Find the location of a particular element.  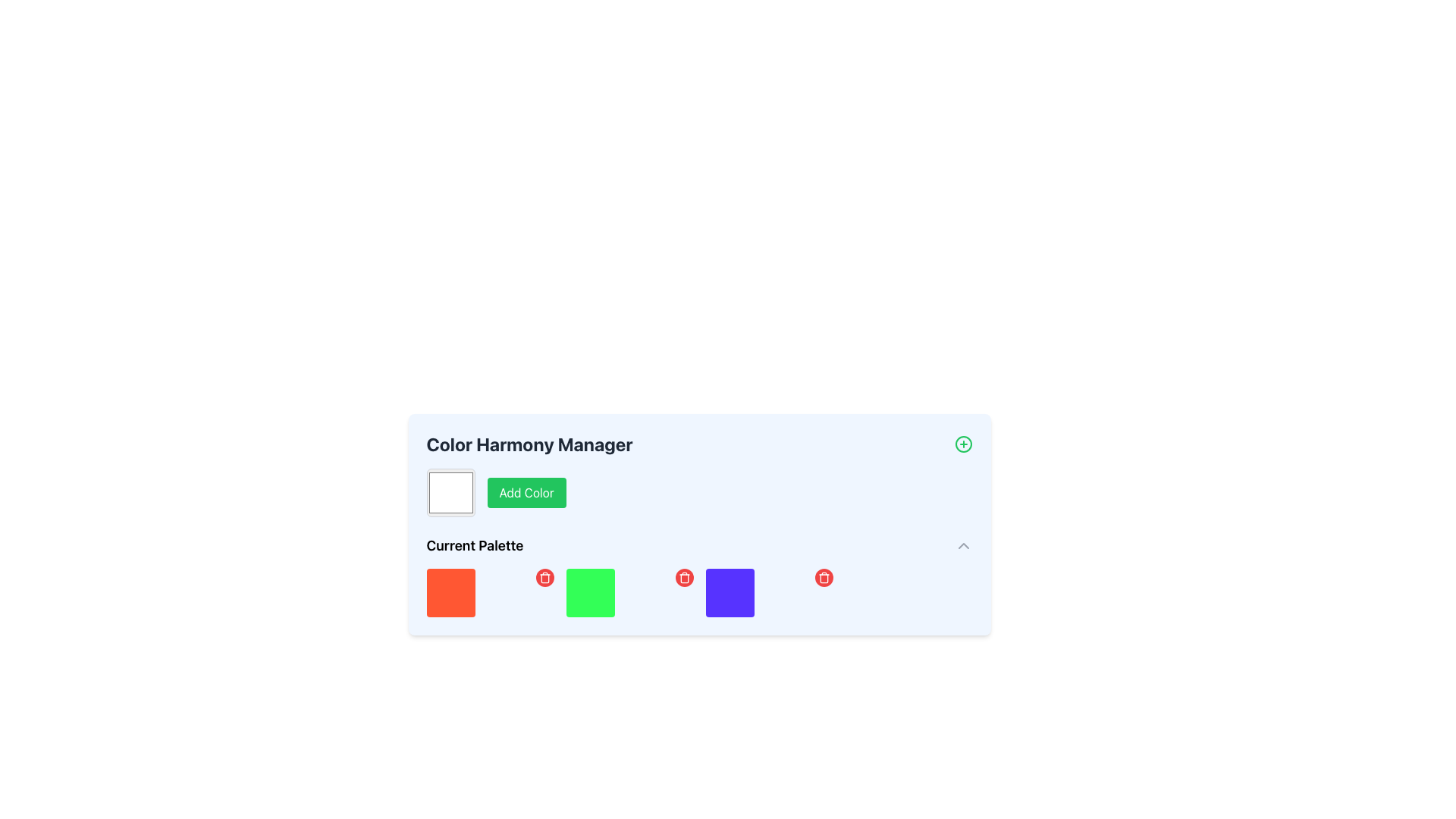

the delete button associated with the purple color tile in the Current Palette section is located at coordinates (769, 592).